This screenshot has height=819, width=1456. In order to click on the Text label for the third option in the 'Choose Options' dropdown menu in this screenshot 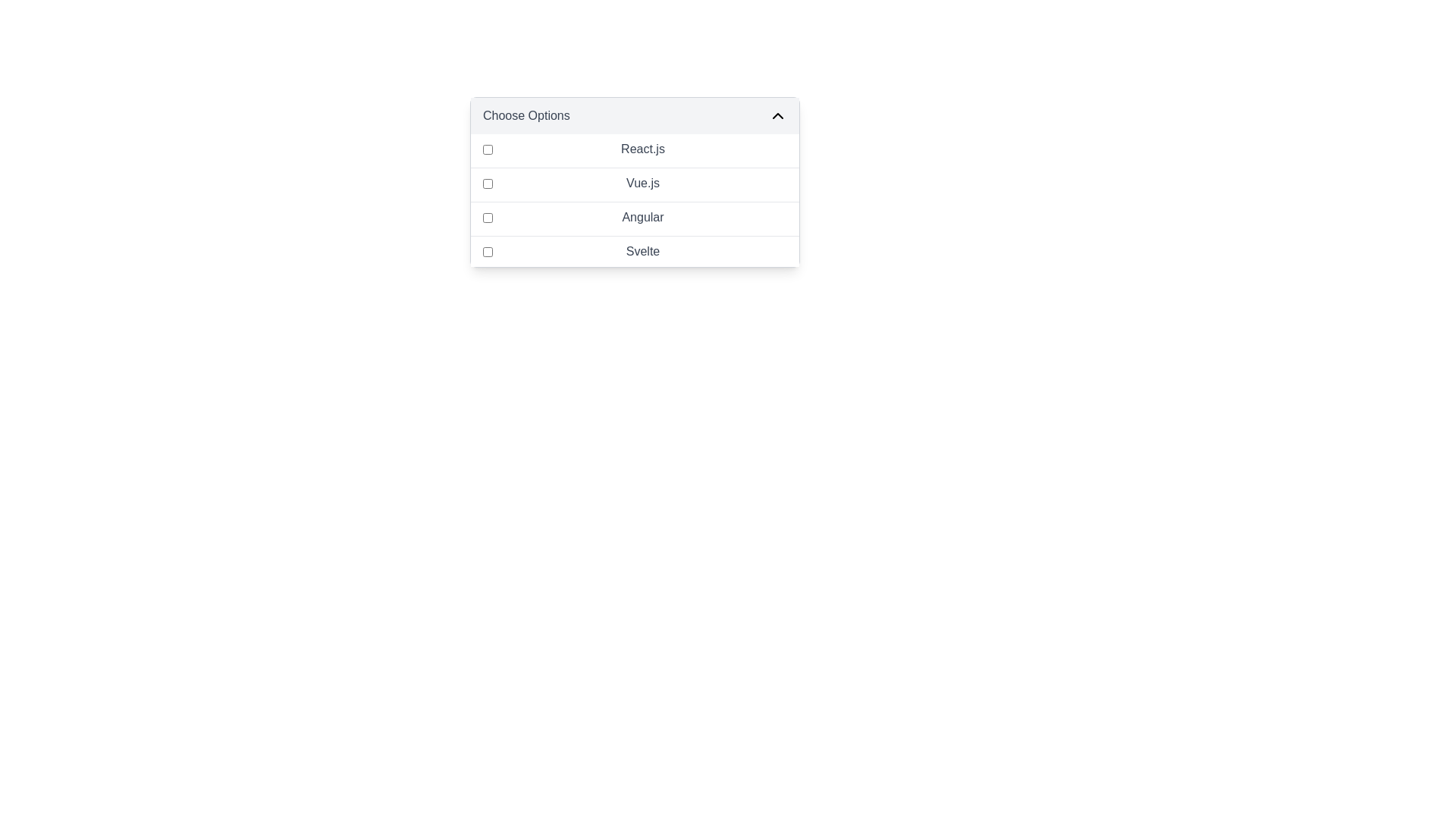, I will do `click(643, 217)`.